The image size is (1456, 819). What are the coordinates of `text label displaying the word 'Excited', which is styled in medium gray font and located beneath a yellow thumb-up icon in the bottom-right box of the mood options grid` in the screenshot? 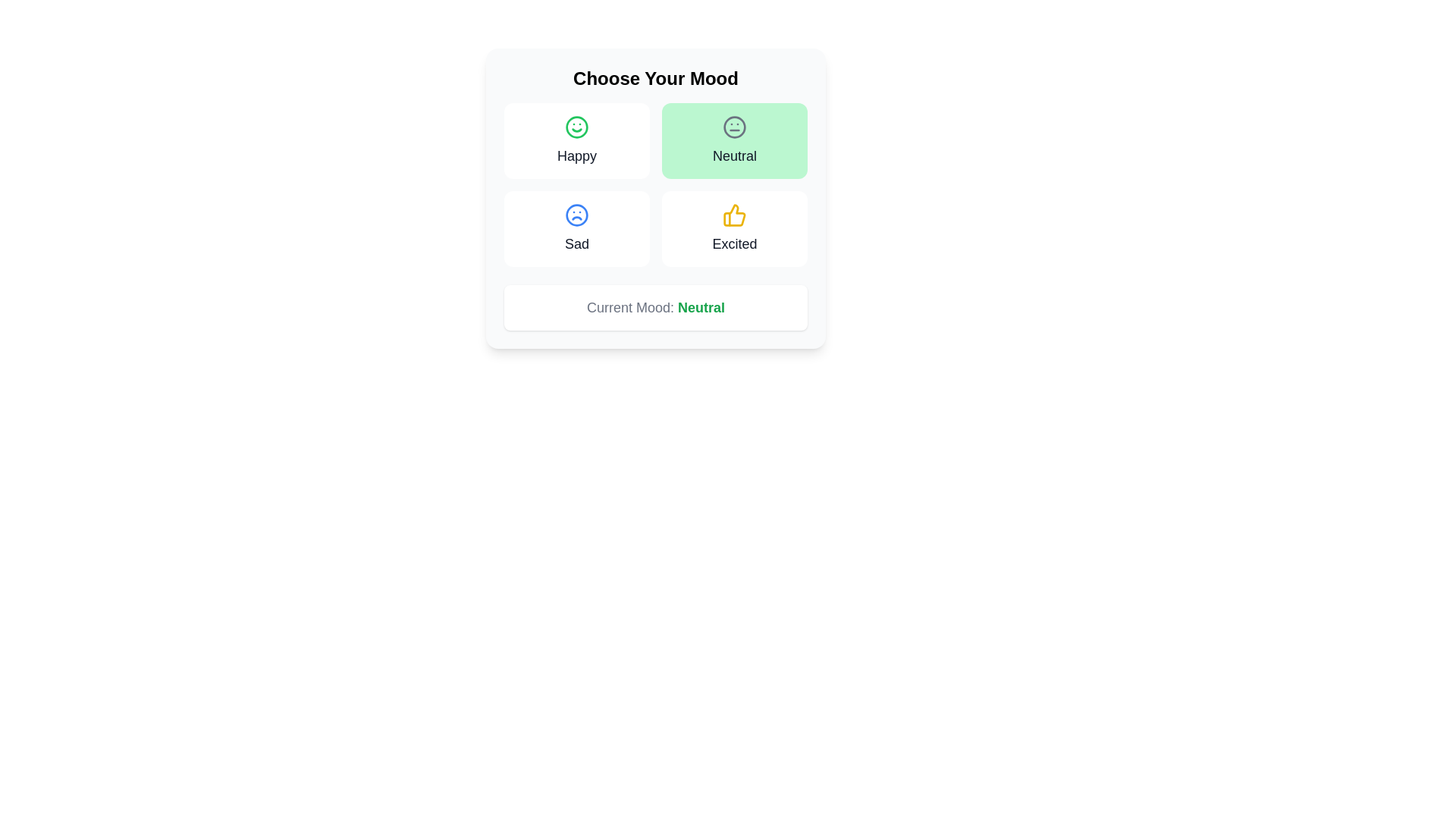 It's located at (735, 243).